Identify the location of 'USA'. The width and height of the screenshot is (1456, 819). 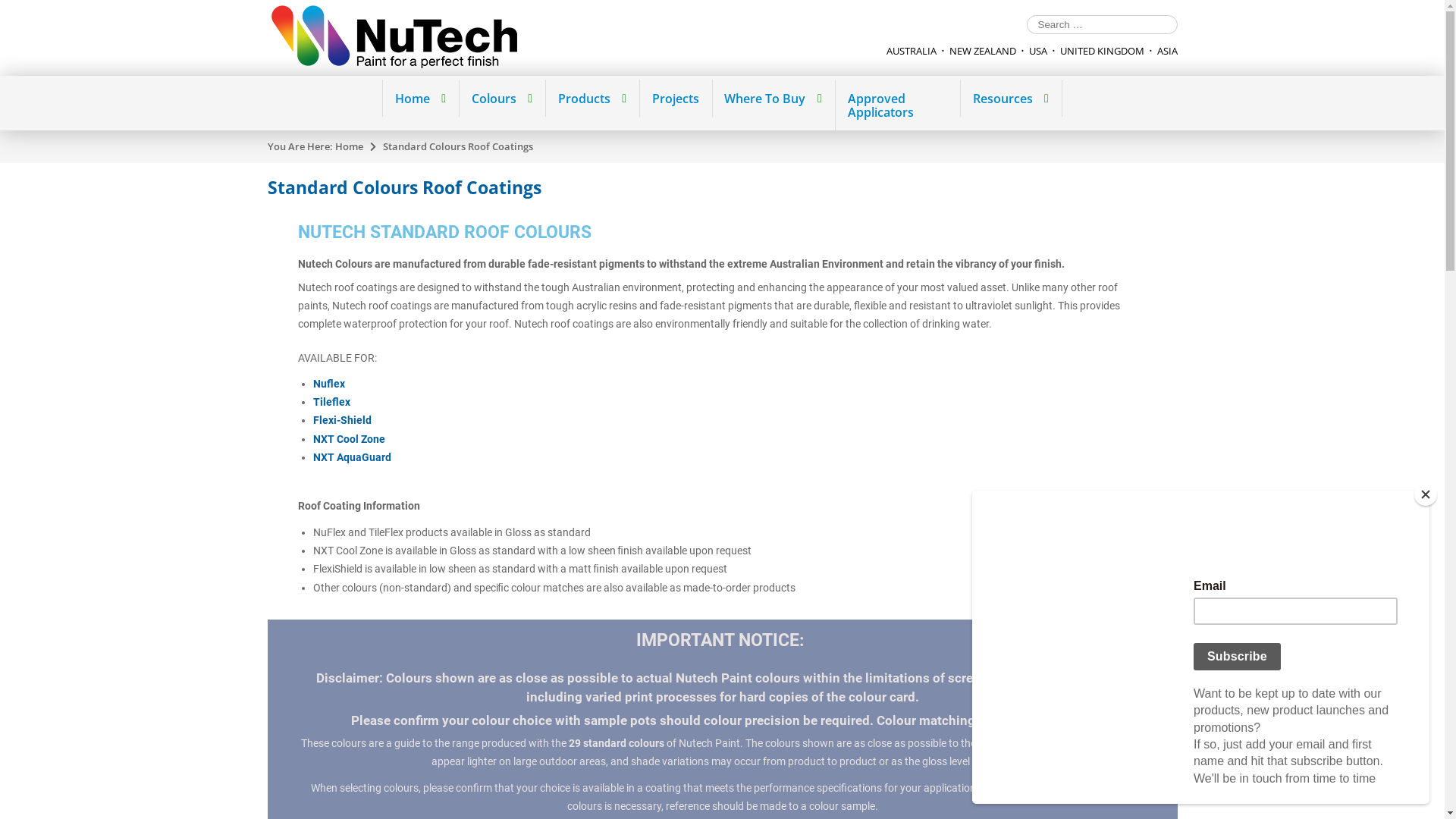
(1037, 49).